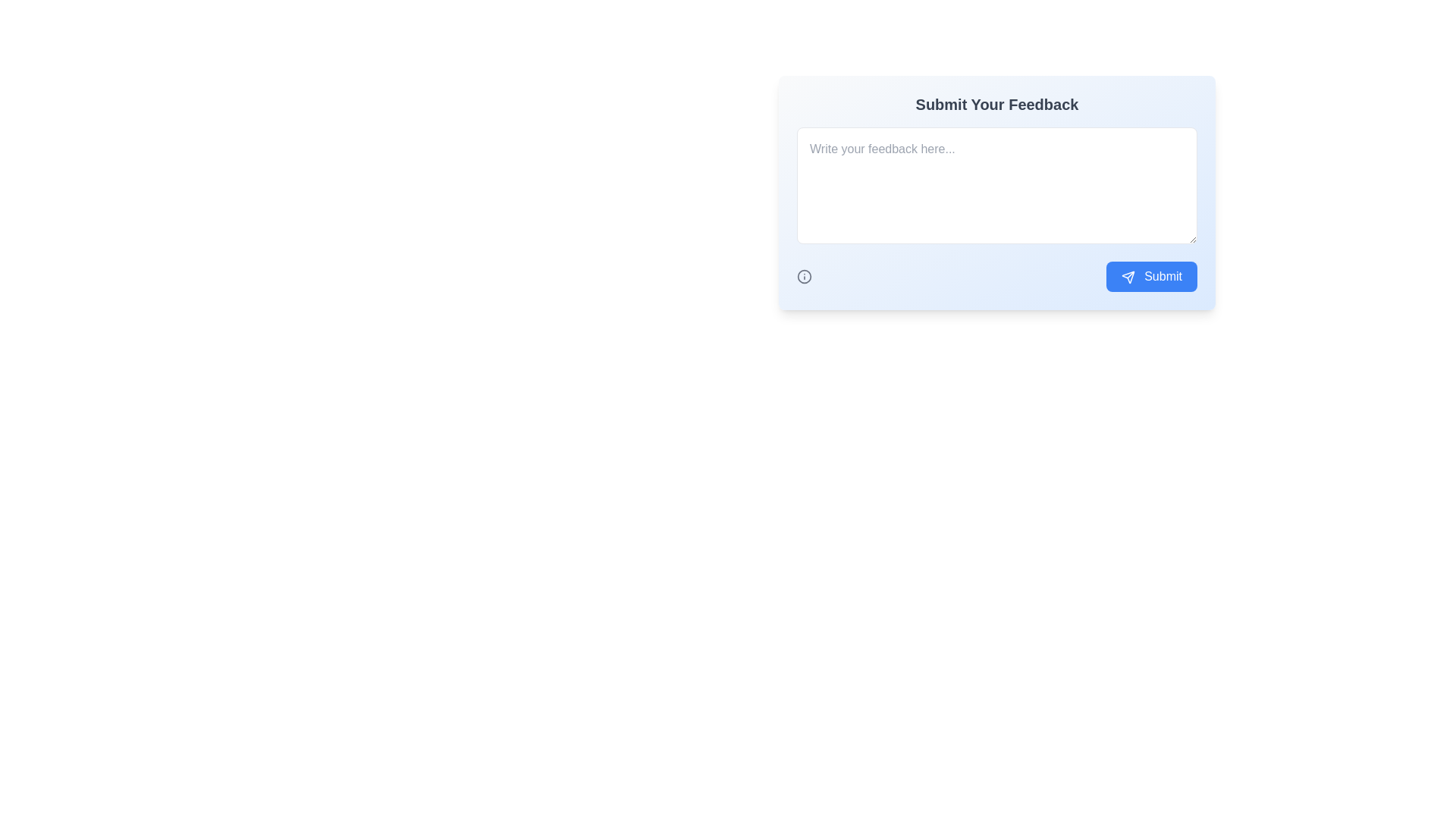 This screenshot has height=819, width=1456. What do you see at coordinates (1128, 277) in the screenshot?
I see `the 'send' or 'submit' icon located to the left of the 'Submit' text within the blue button at the lower right corner of the feedback submission interface` at bounding box center [1128, 277].